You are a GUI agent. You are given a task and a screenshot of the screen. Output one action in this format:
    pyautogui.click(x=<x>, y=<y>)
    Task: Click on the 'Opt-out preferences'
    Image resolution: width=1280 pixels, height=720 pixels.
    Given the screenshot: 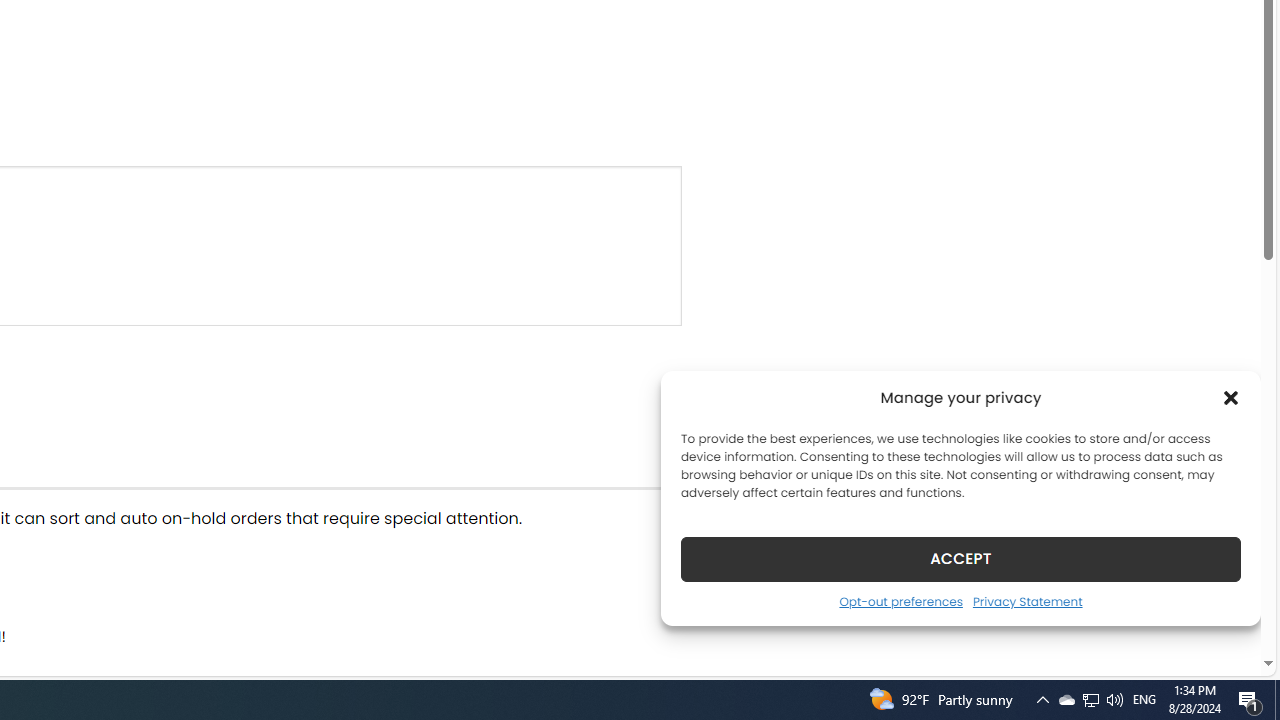 What is the action you would take?
    pyautogui.click(x=899, y=600)
    